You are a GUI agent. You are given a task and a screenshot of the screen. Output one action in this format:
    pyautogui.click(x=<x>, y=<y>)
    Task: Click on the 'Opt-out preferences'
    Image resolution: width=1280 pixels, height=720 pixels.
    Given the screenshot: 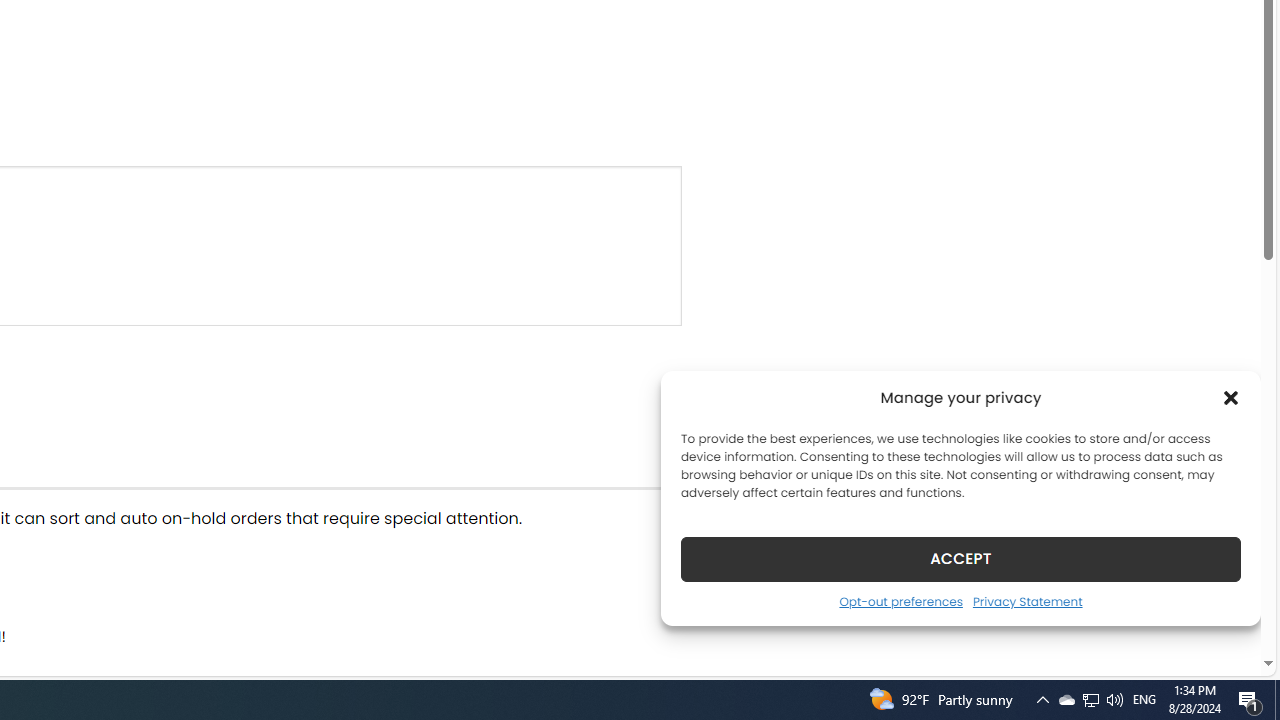 What is the action you would take?
    pyautogui.click(x=899, y=600)
    